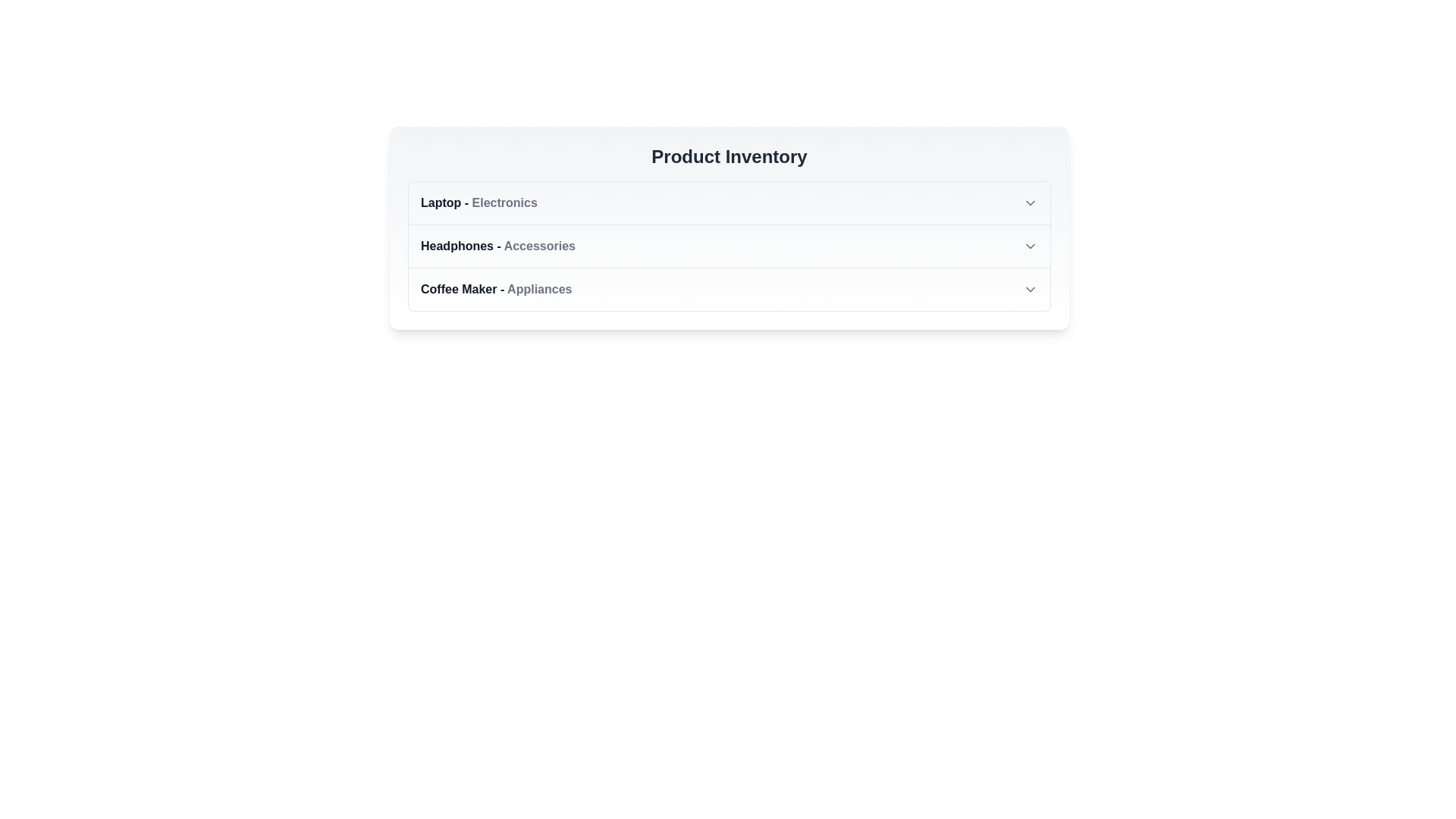  What do you see at coordinates (1030, 202) in the screenshot?
I see `the chevron icon to expand or collapse the row for Laptop - Electronics` at bounding box center [1030, 202].